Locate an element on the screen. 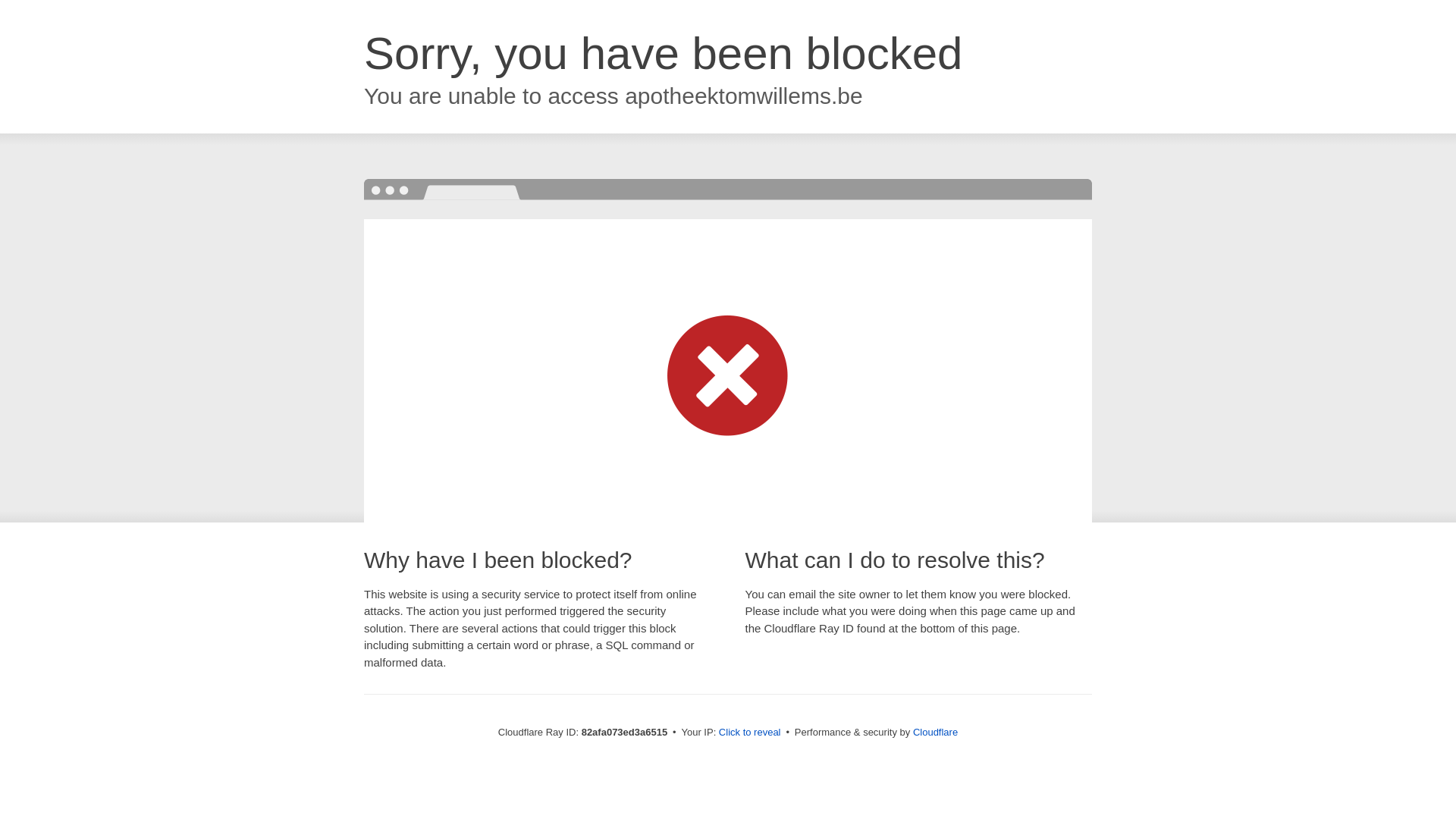 The image size is (1456, 819). 'Cloudflare' is located at coordinates (912, 731).